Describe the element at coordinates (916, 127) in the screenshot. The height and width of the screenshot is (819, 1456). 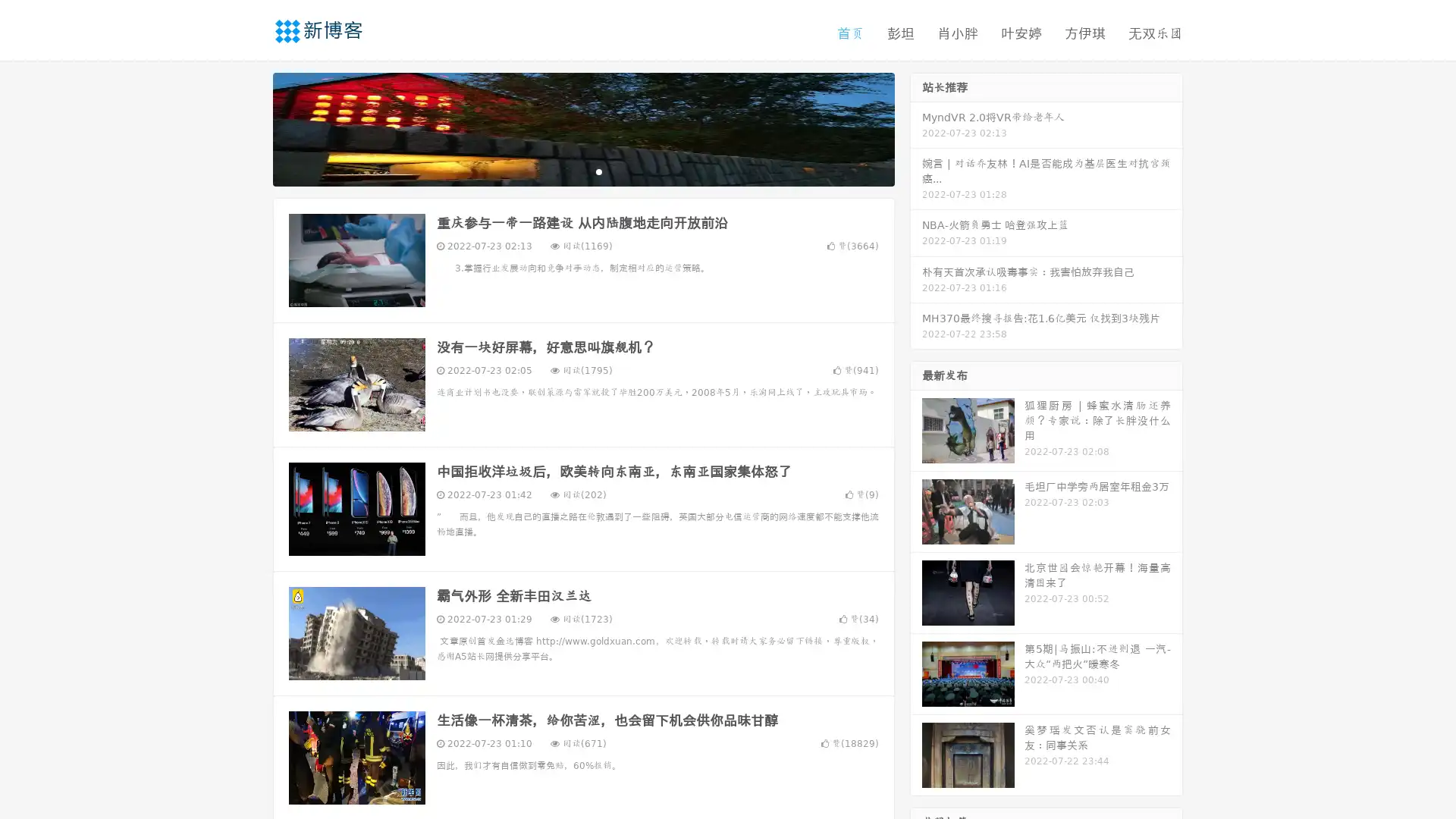
I see `Next slide` at that location.